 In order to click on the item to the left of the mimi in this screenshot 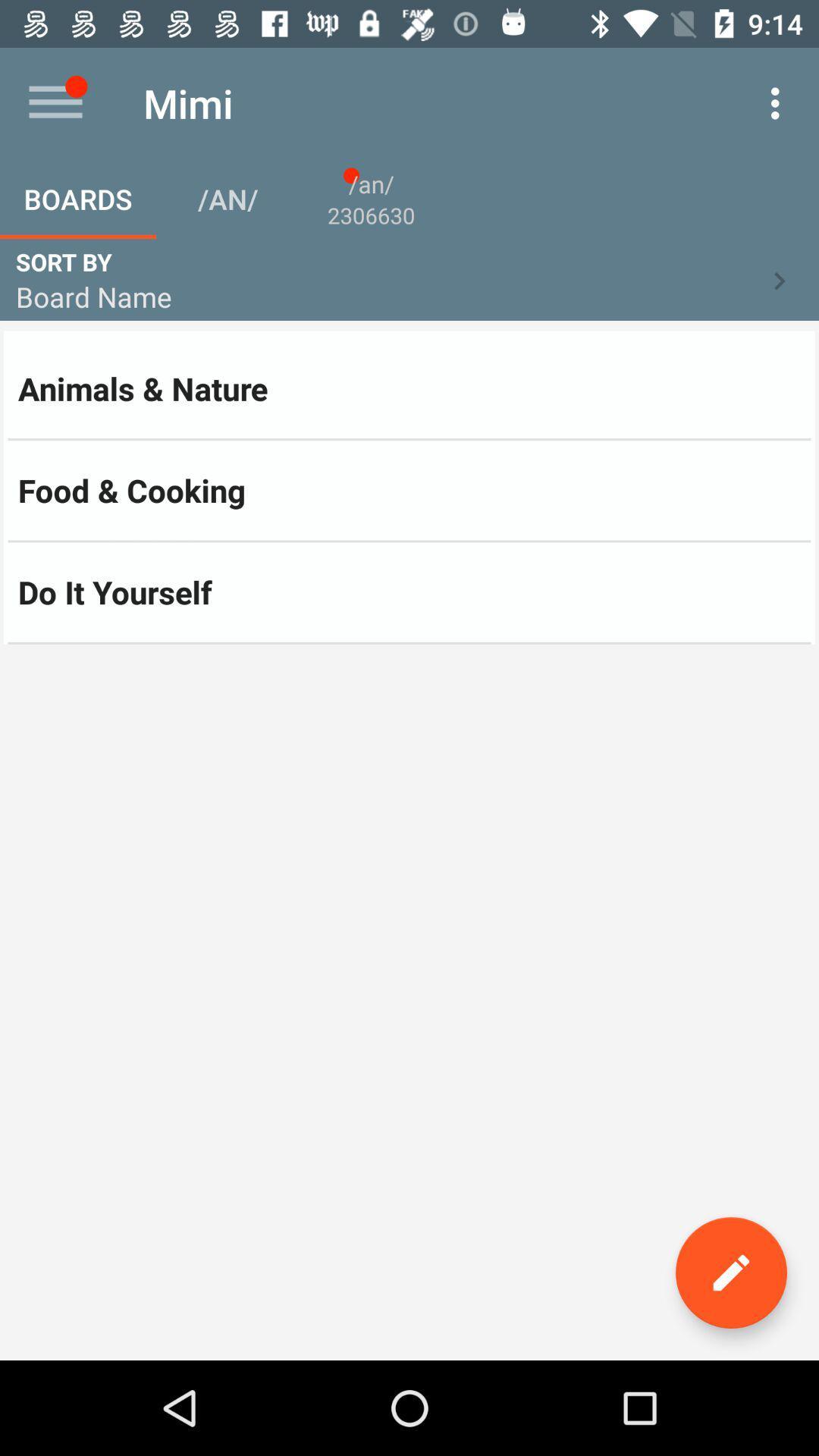, I will do `click(55, 102)`.